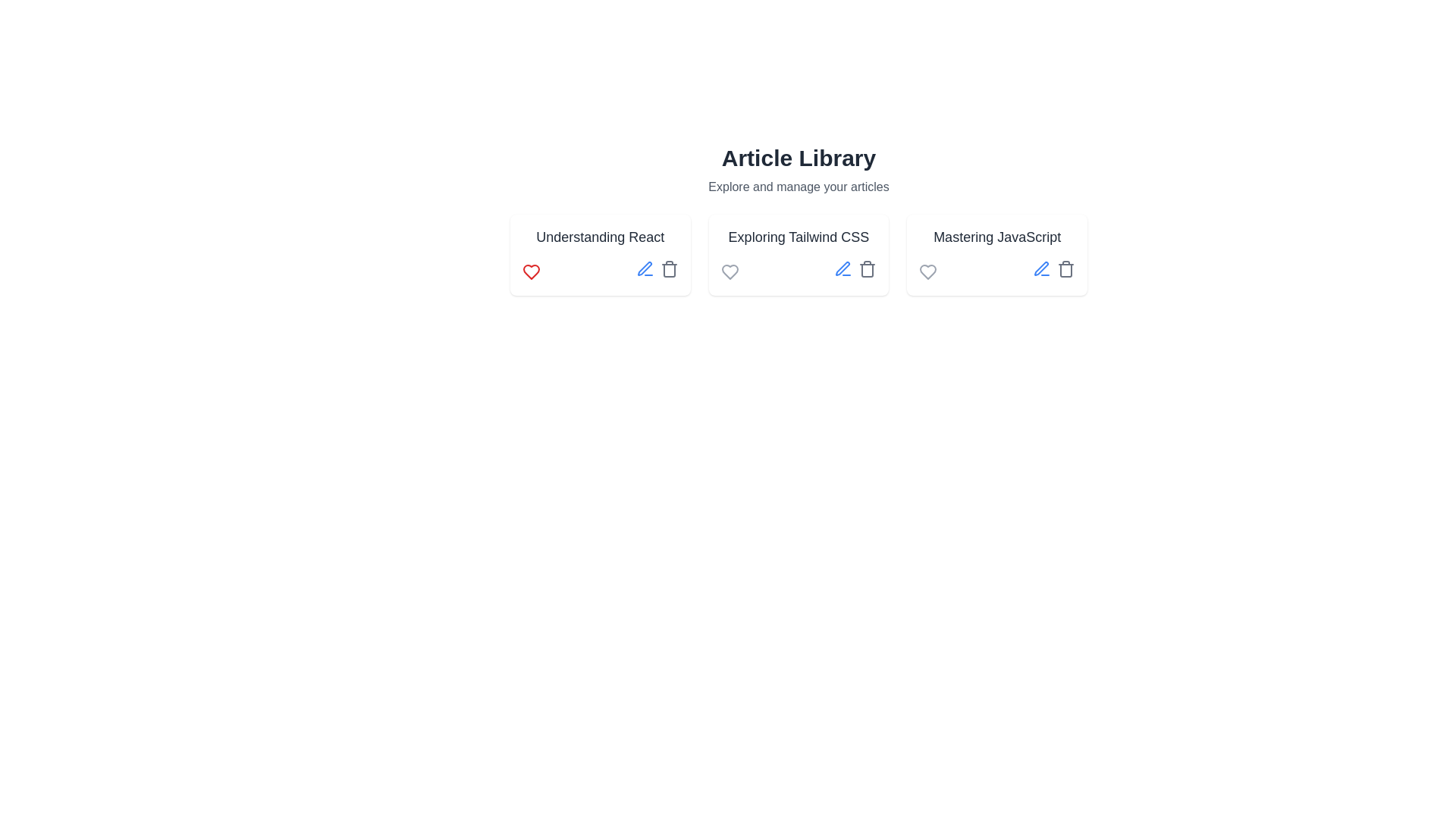 The height and width of the screenshot is (819, 1456). What do you see at coordinates (798, 220) in the screenshot?
I see `the 'Article Library' section which contains three article cards arranged horizontally, located at the top-center of the layout` at bounding box center [798, 220].